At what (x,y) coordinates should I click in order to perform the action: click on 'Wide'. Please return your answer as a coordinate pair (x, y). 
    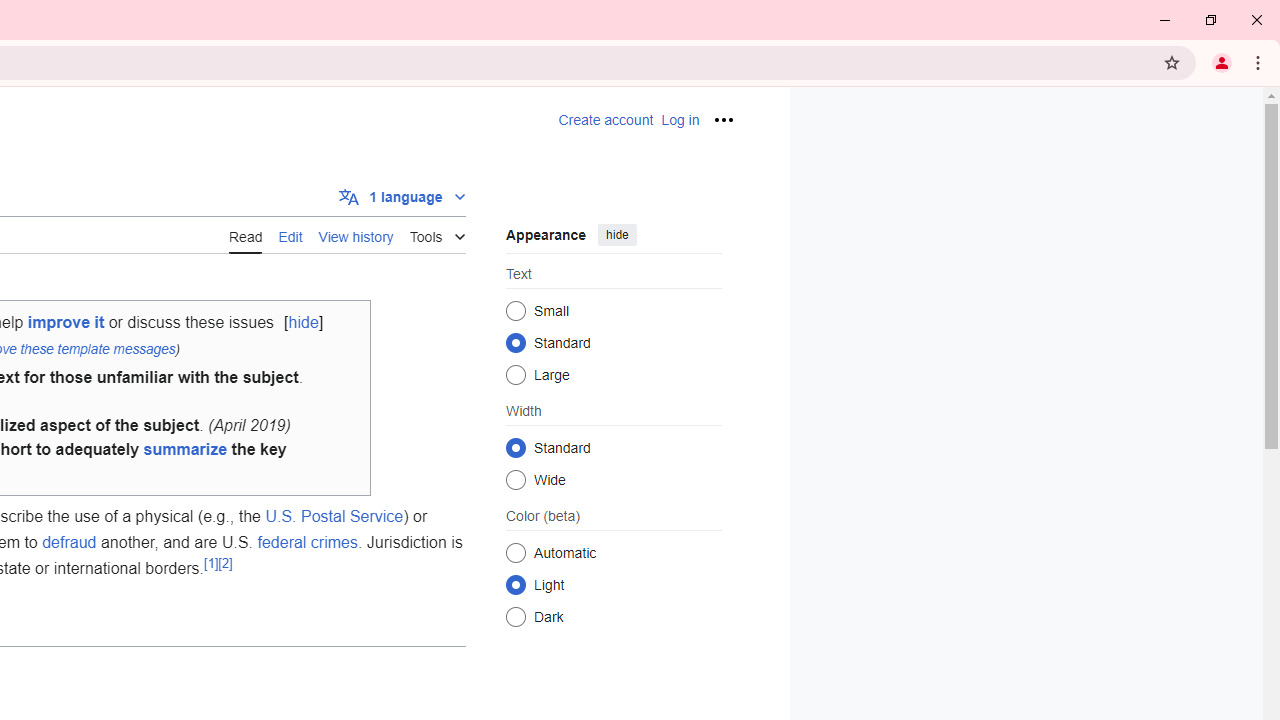
    Looking at the image, I should click on (515, 479).